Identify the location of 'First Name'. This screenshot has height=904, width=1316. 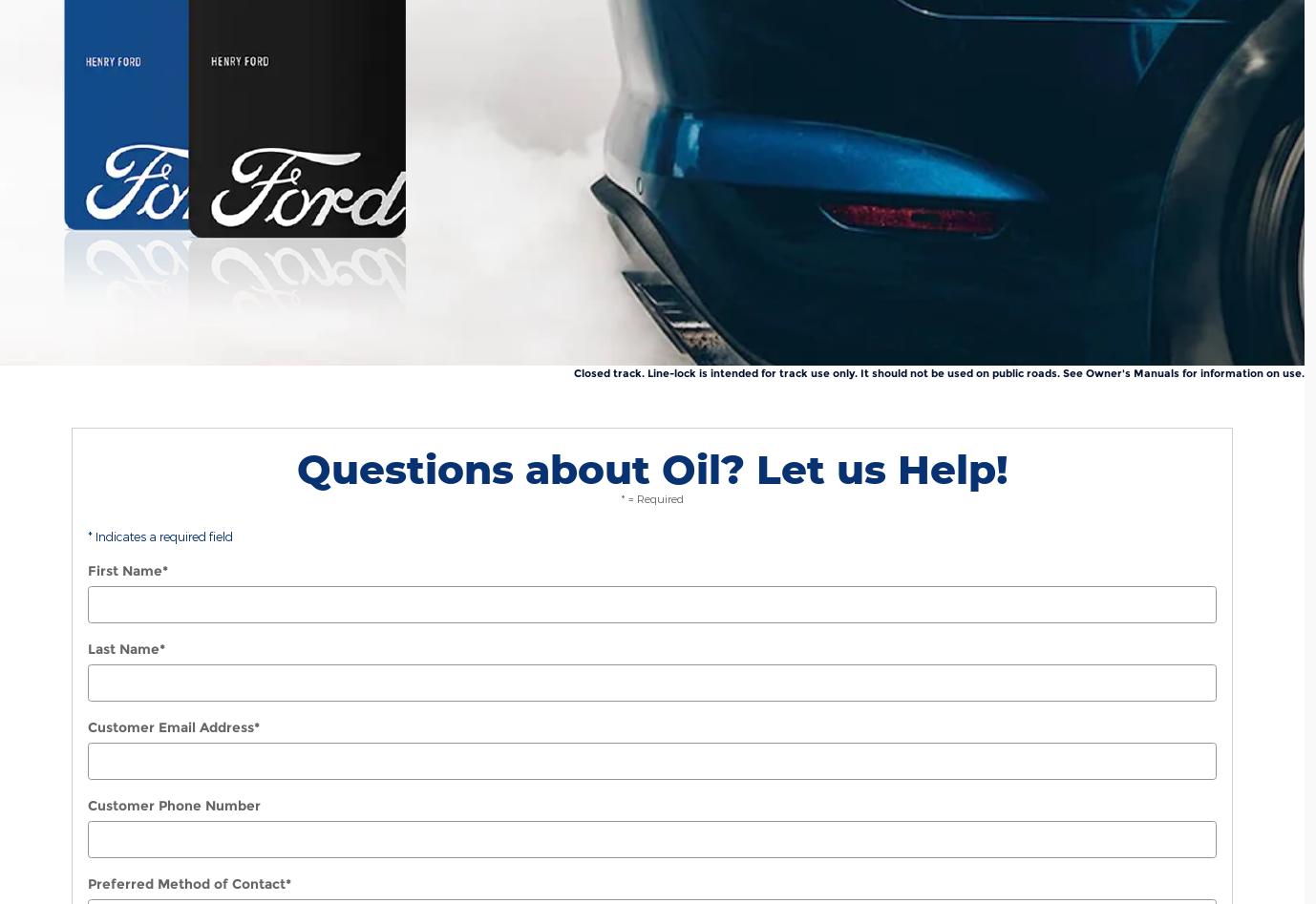
(87, 571).